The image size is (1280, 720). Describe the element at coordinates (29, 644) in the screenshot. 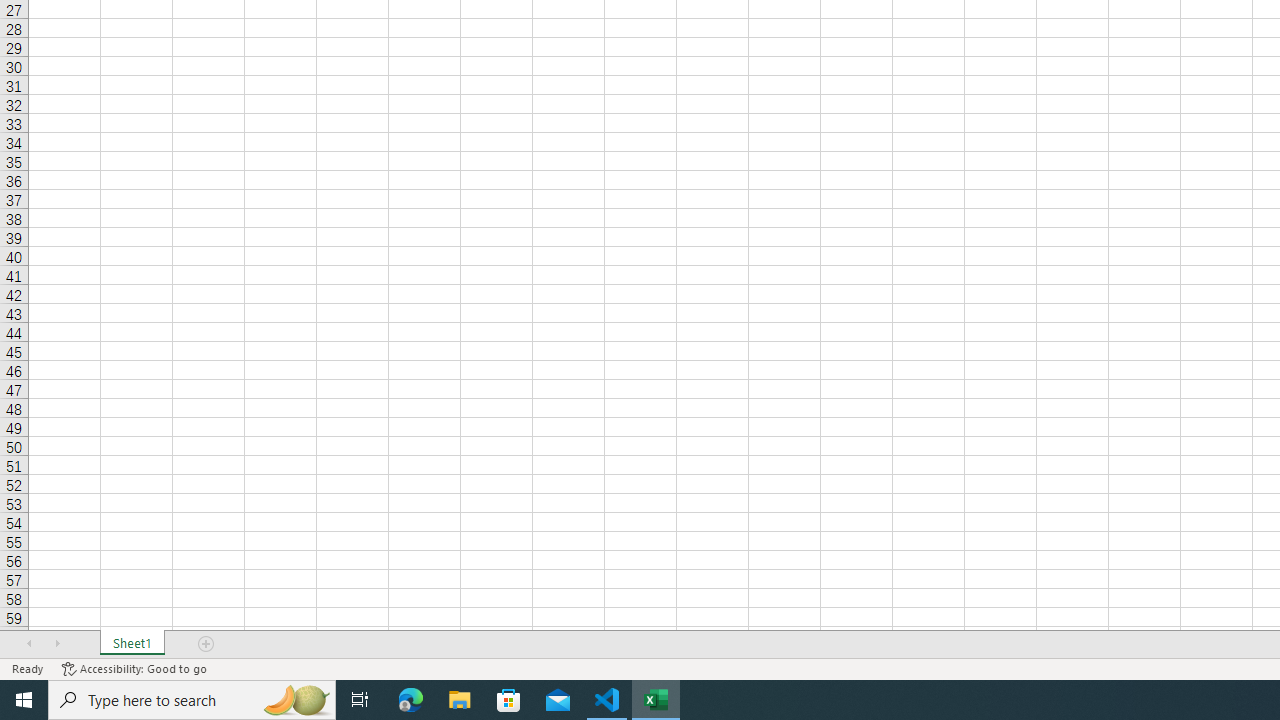

I see `'Scroll Left'` at that location.